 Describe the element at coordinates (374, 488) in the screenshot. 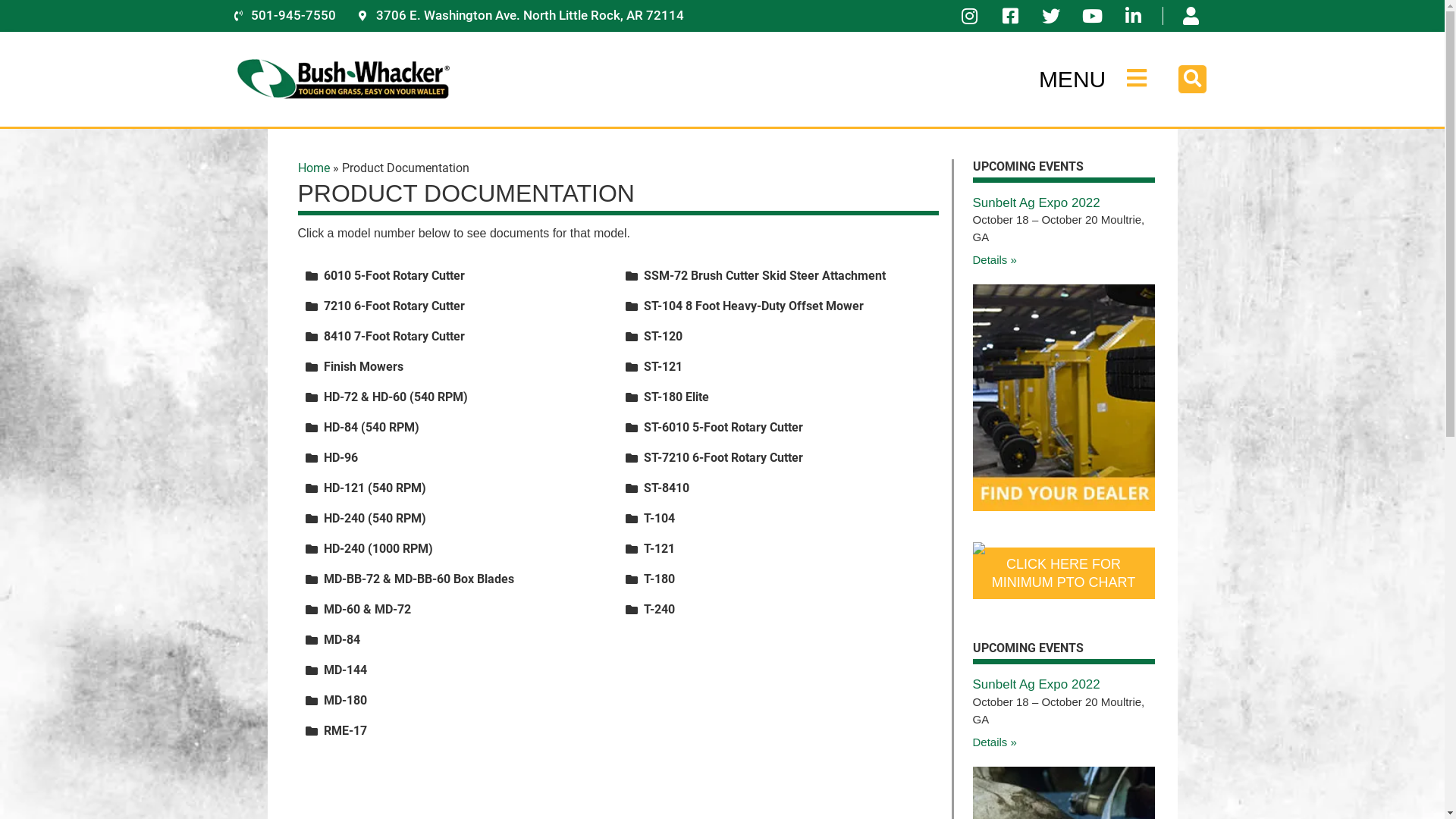

I see `'HD-121 (540 RPM)'` at that location.